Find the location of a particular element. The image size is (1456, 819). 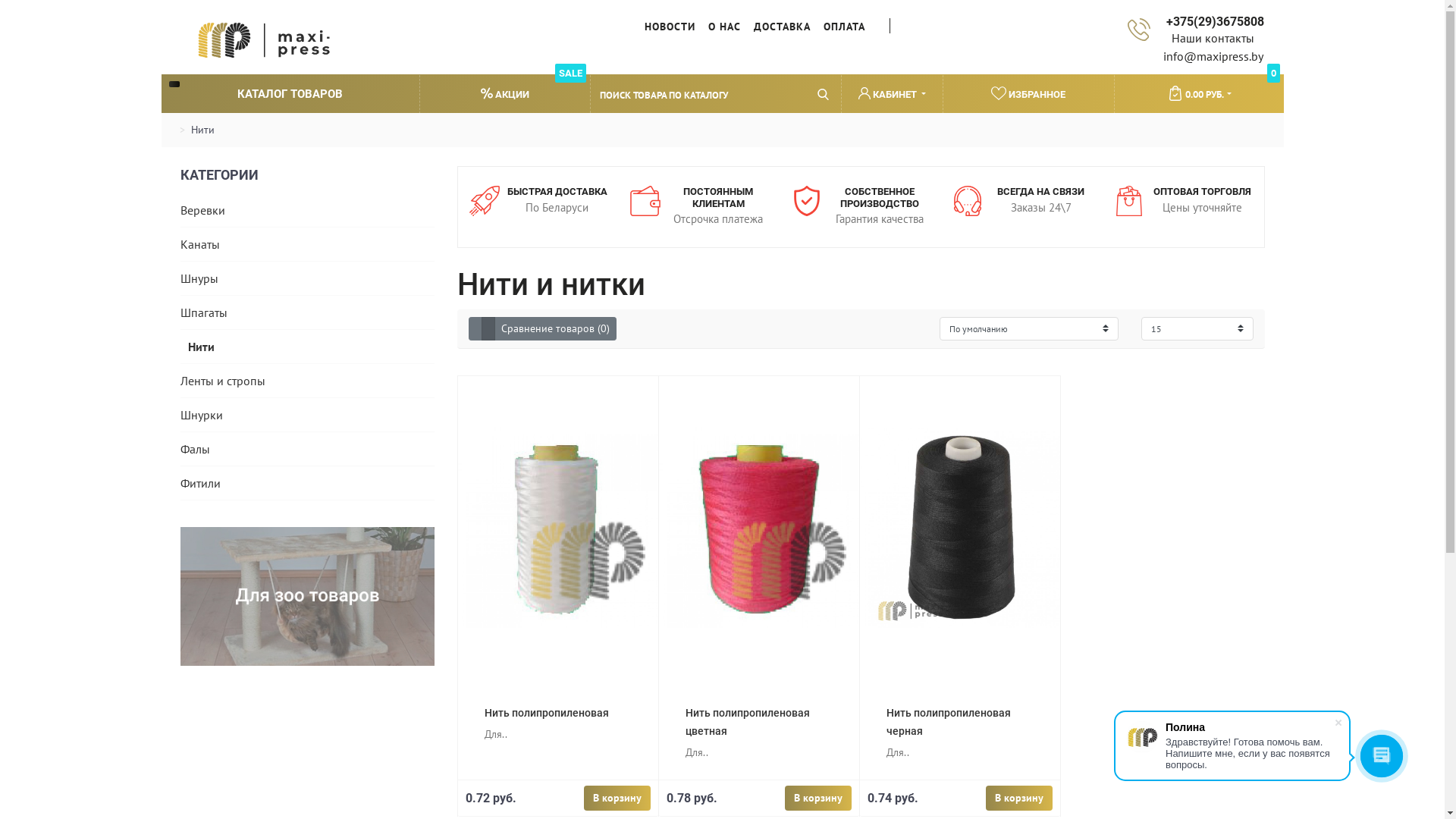

'+375(29)3675808' is located at coordinates (1212, 21).